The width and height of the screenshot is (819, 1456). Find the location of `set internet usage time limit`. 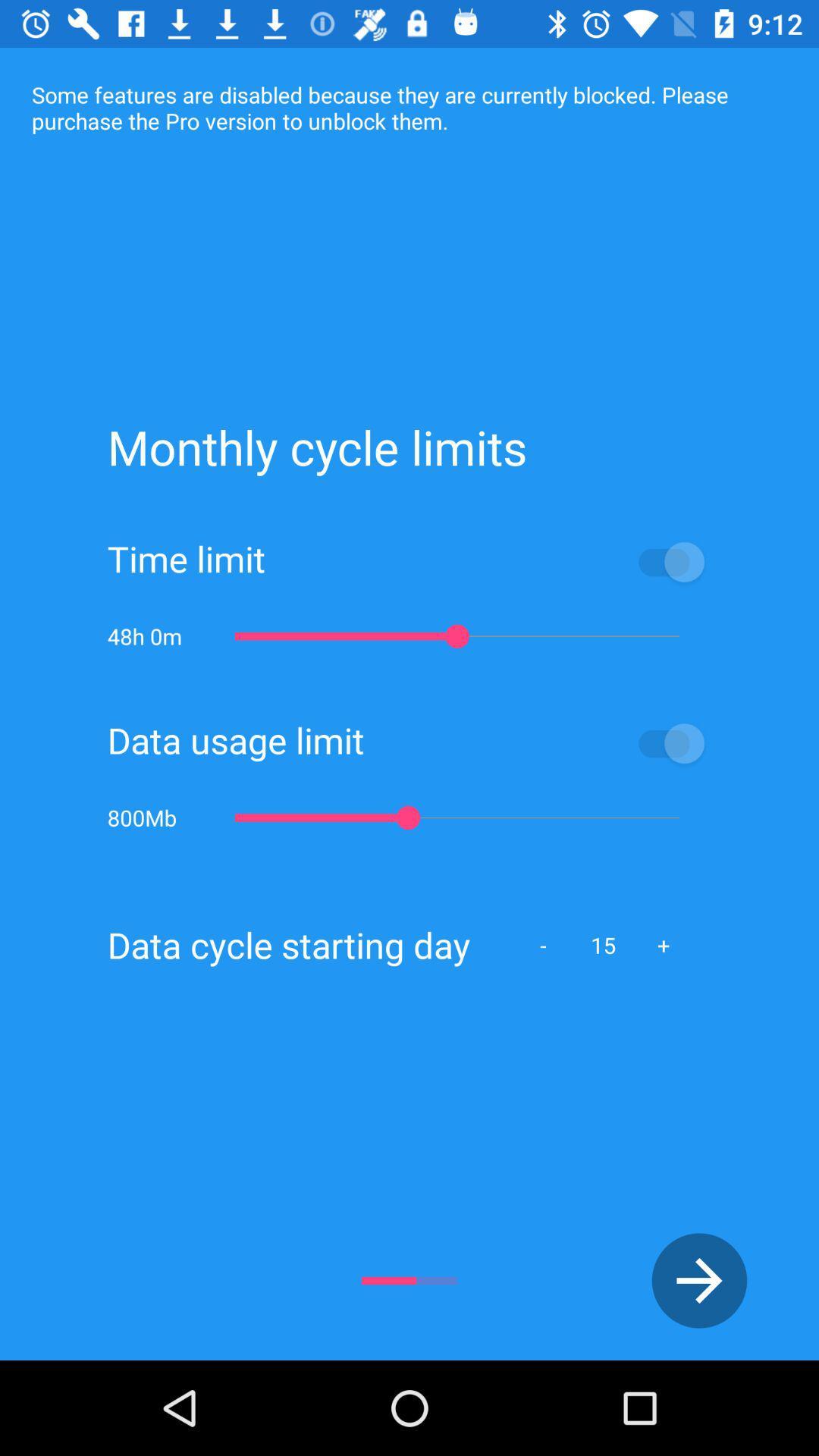

set internet usage time limit is located at coordinates (488, 560).